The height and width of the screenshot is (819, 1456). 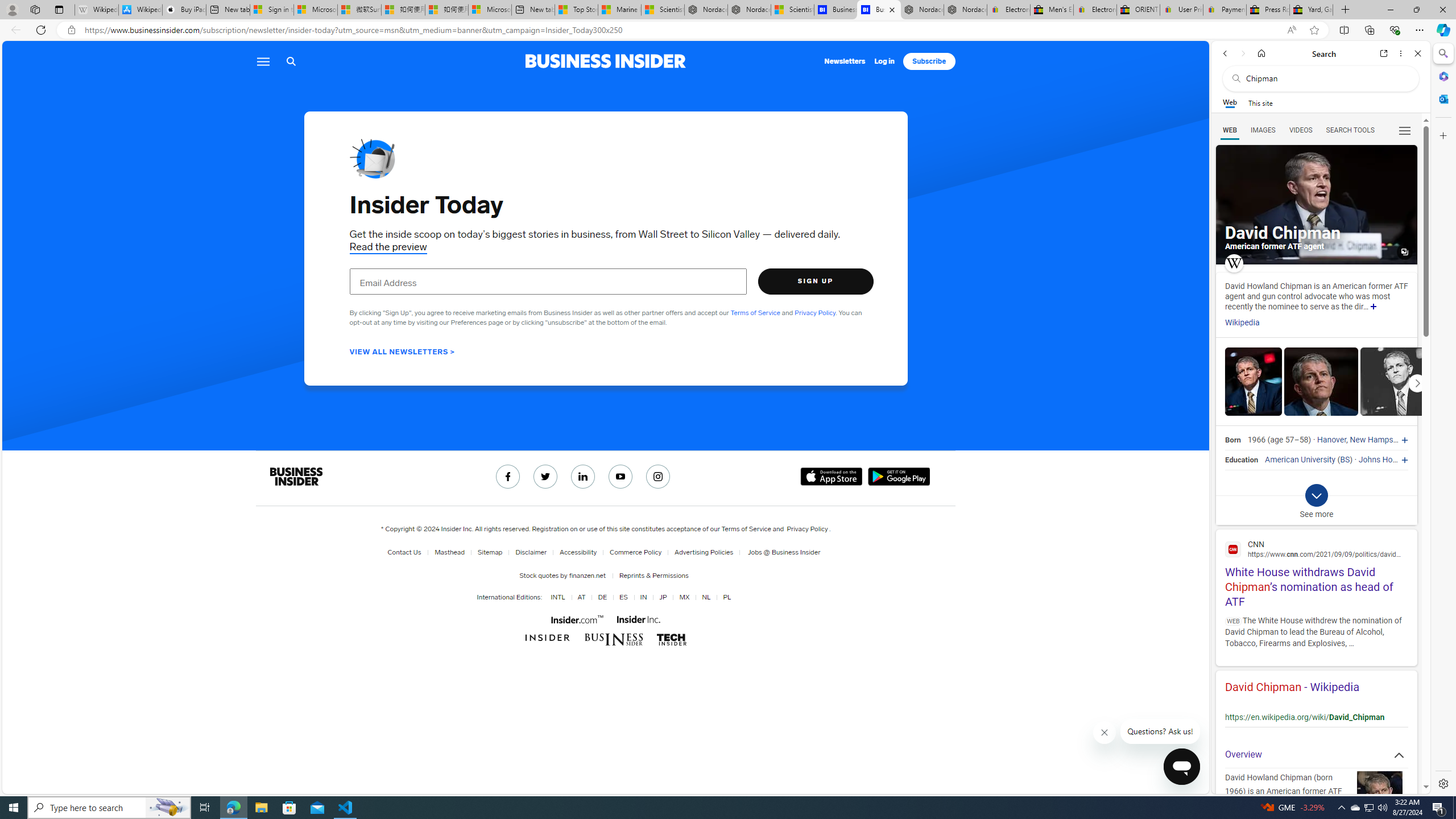 I want to click on 'BS', so click(x=1345, y=460).